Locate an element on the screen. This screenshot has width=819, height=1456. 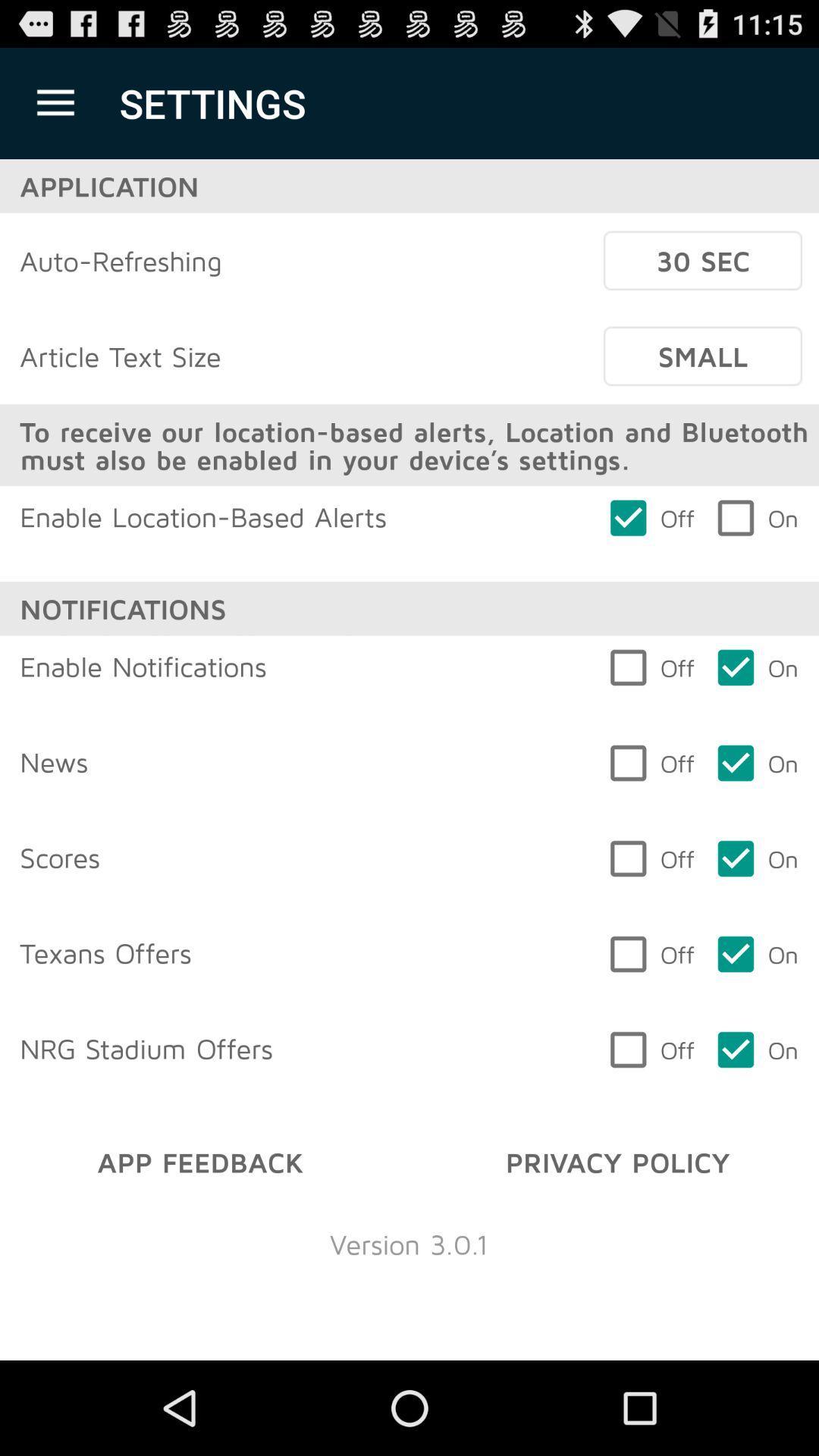
app to the left of the settings item is located at coordinates (55, 102).